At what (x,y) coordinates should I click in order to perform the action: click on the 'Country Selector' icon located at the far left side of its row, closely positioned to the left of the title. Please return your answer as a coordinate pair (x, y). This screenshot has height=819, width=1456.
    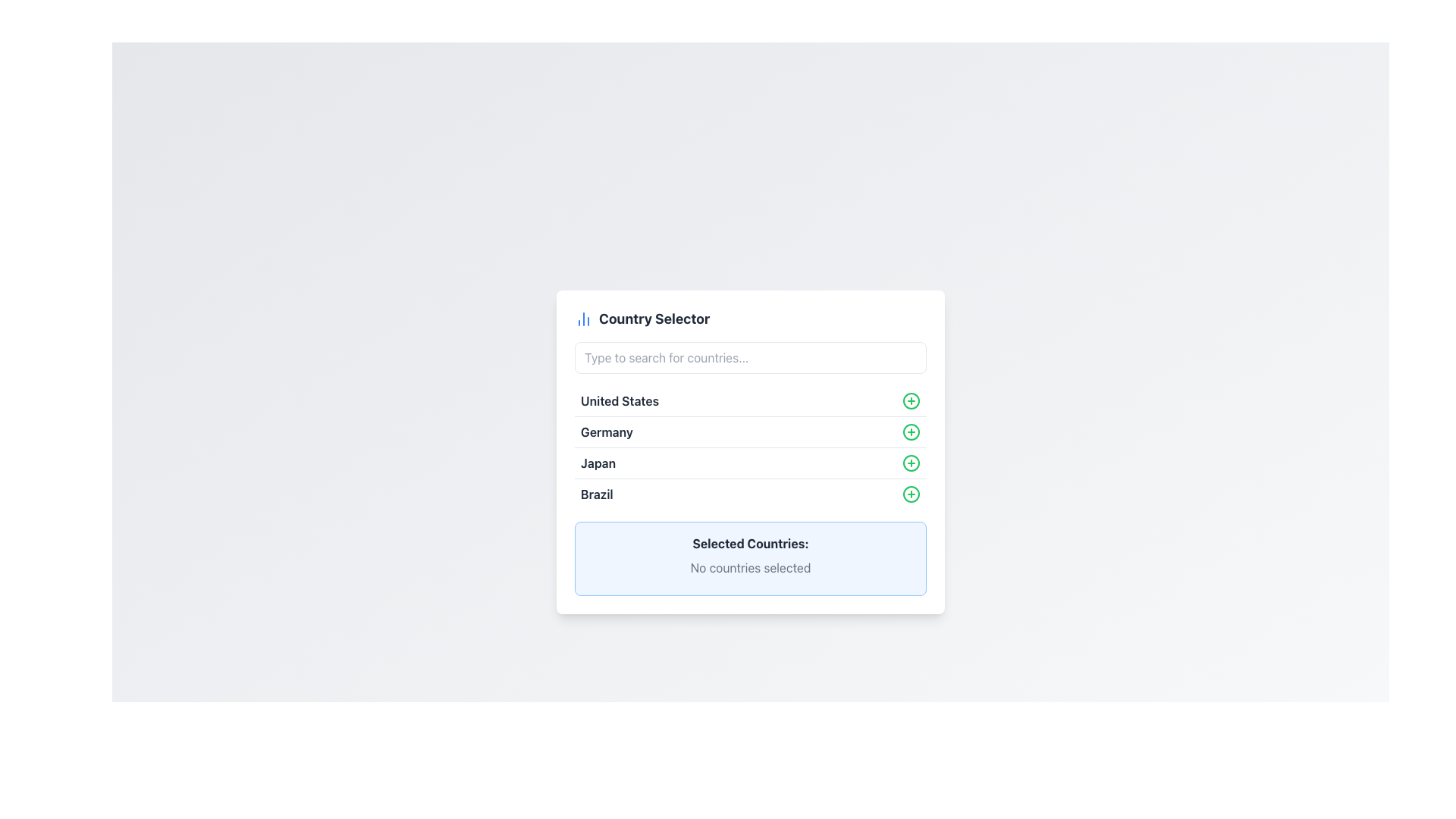
    Looking at the image, I should click on (582, 318).